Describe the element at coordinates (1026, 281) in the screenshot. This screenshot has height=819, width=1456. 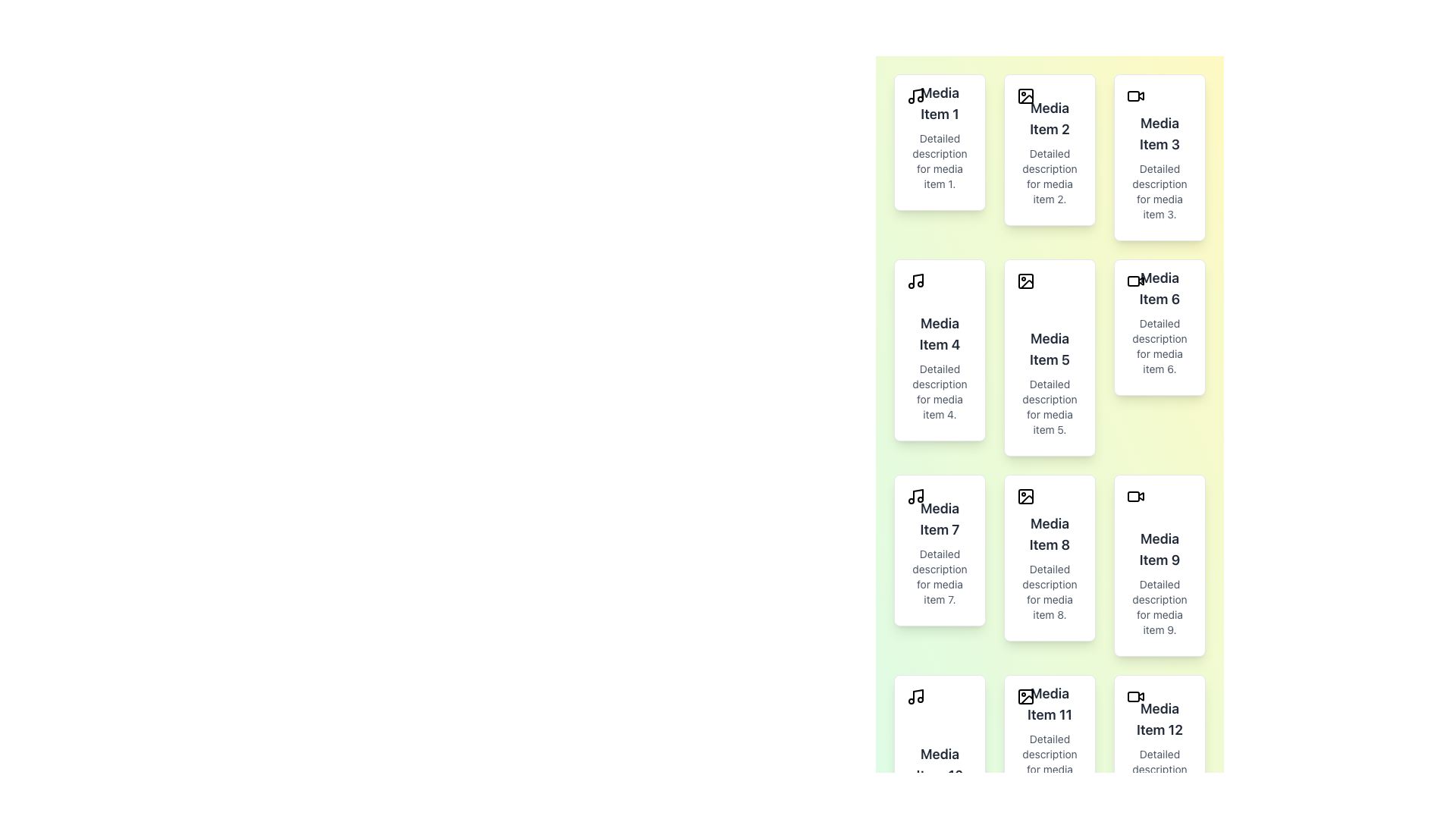
I see `the indicative icon located at the top-left corner of the card representing 'Media Item 5', adjacent to the title and description area` at that location.